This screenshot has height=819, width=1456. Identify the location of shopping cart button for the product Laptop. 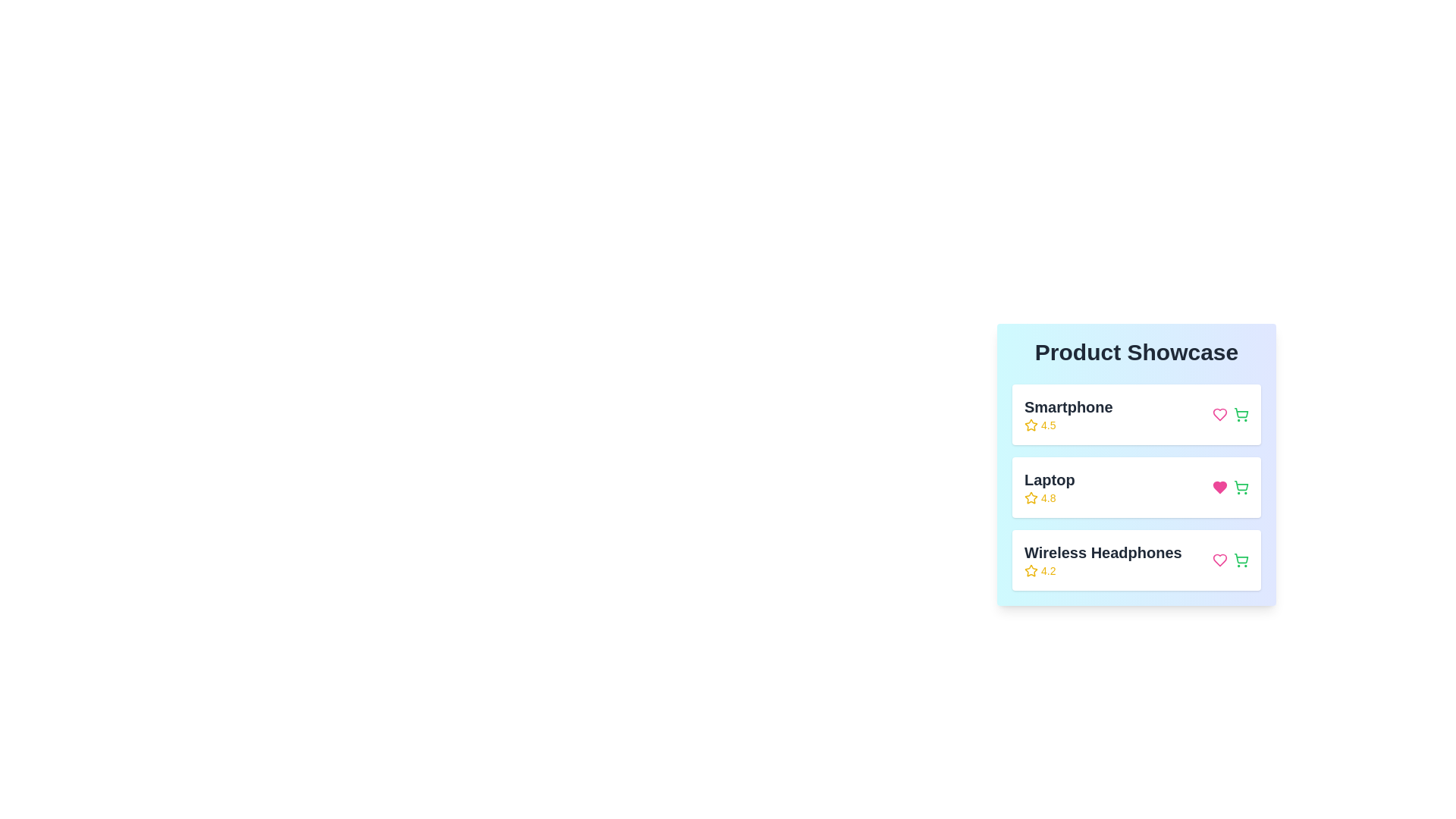
(1241, 488).